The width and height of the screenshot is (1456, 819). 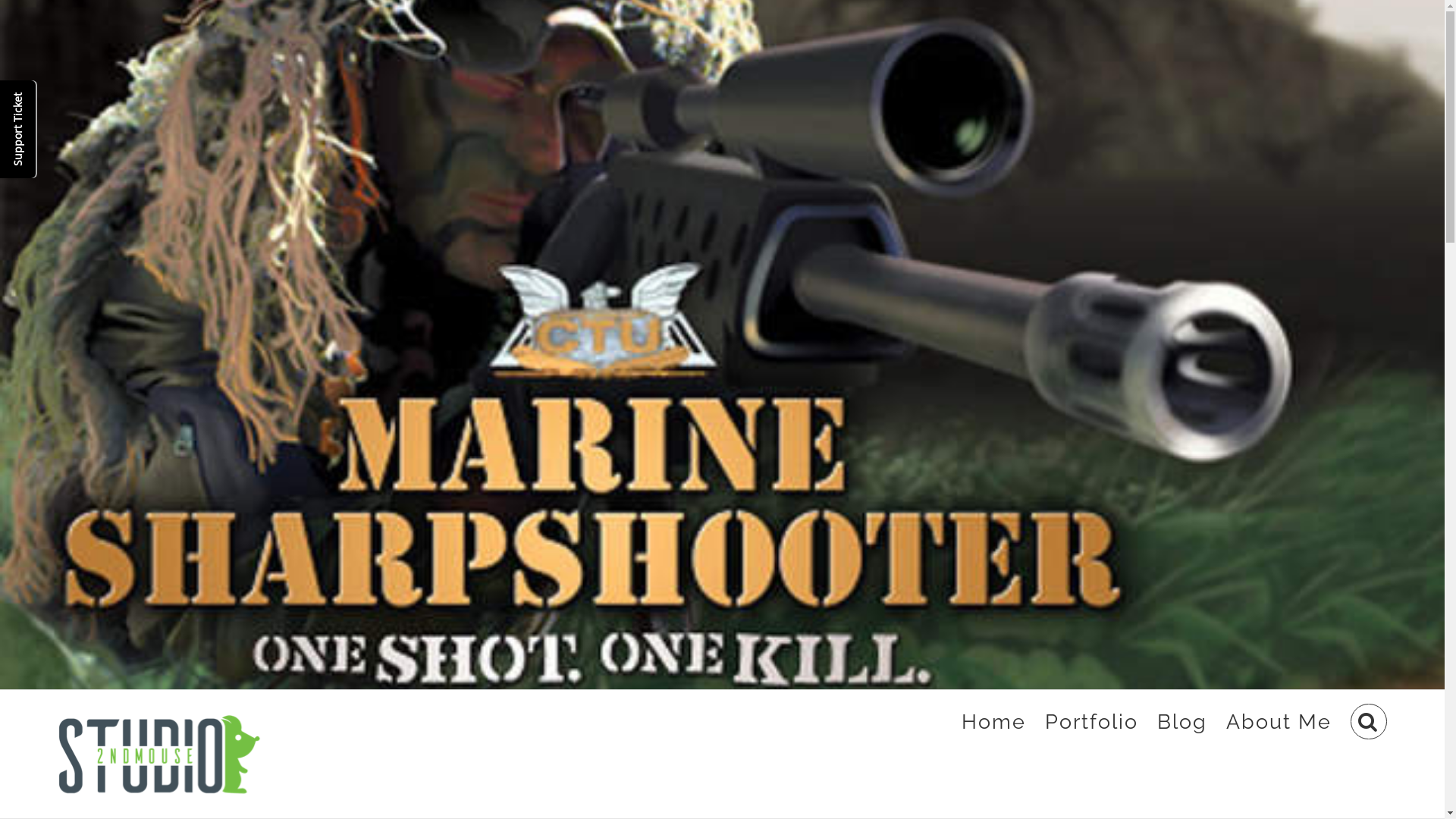 What do you see at coordinates (993, 721) in the screenshot?
I see `'Home'` at bounding box center [993, 721].